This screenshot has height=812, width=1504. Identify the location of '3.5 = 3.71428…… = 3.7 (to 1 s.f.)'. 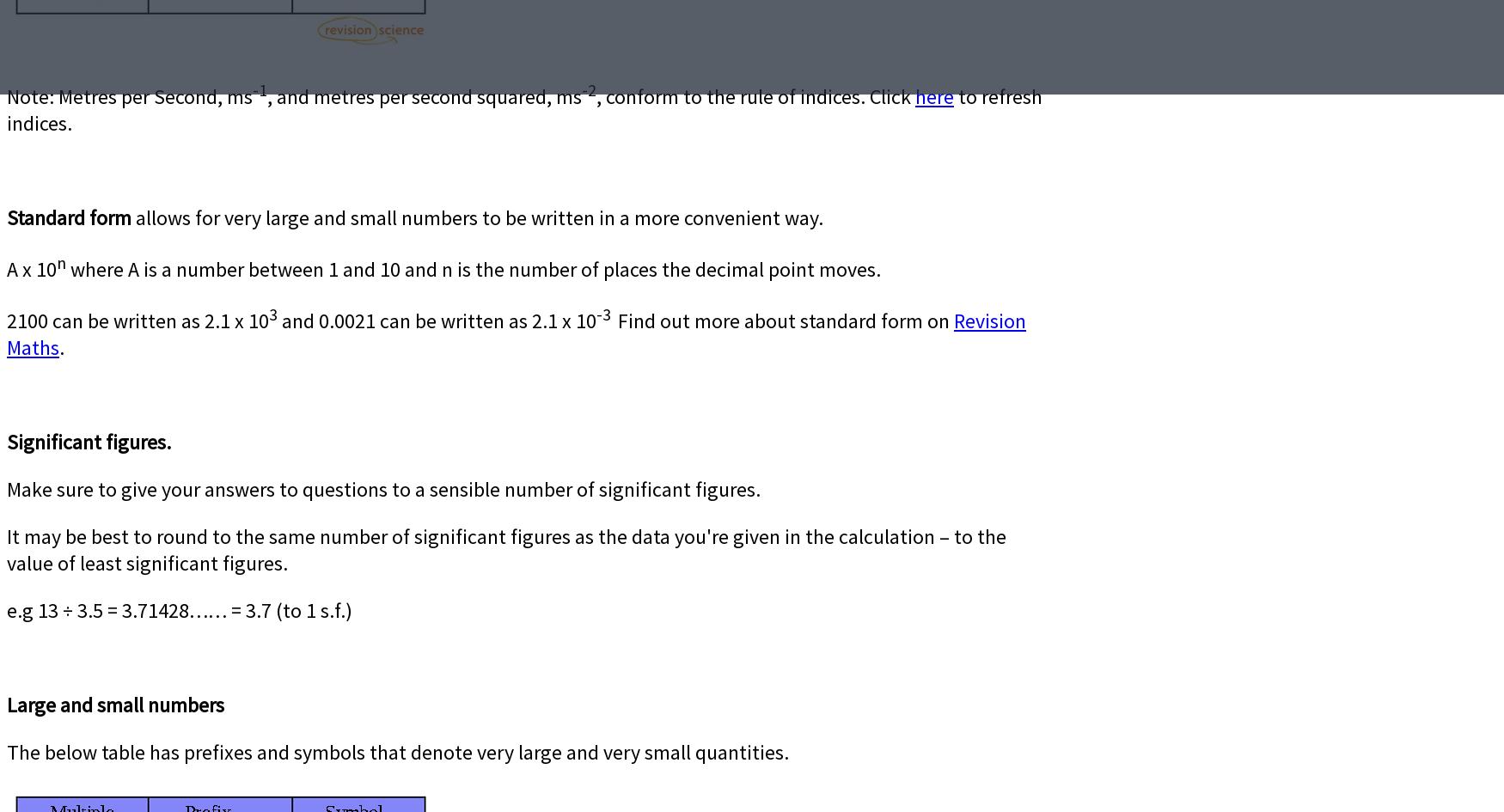
(215, 610).